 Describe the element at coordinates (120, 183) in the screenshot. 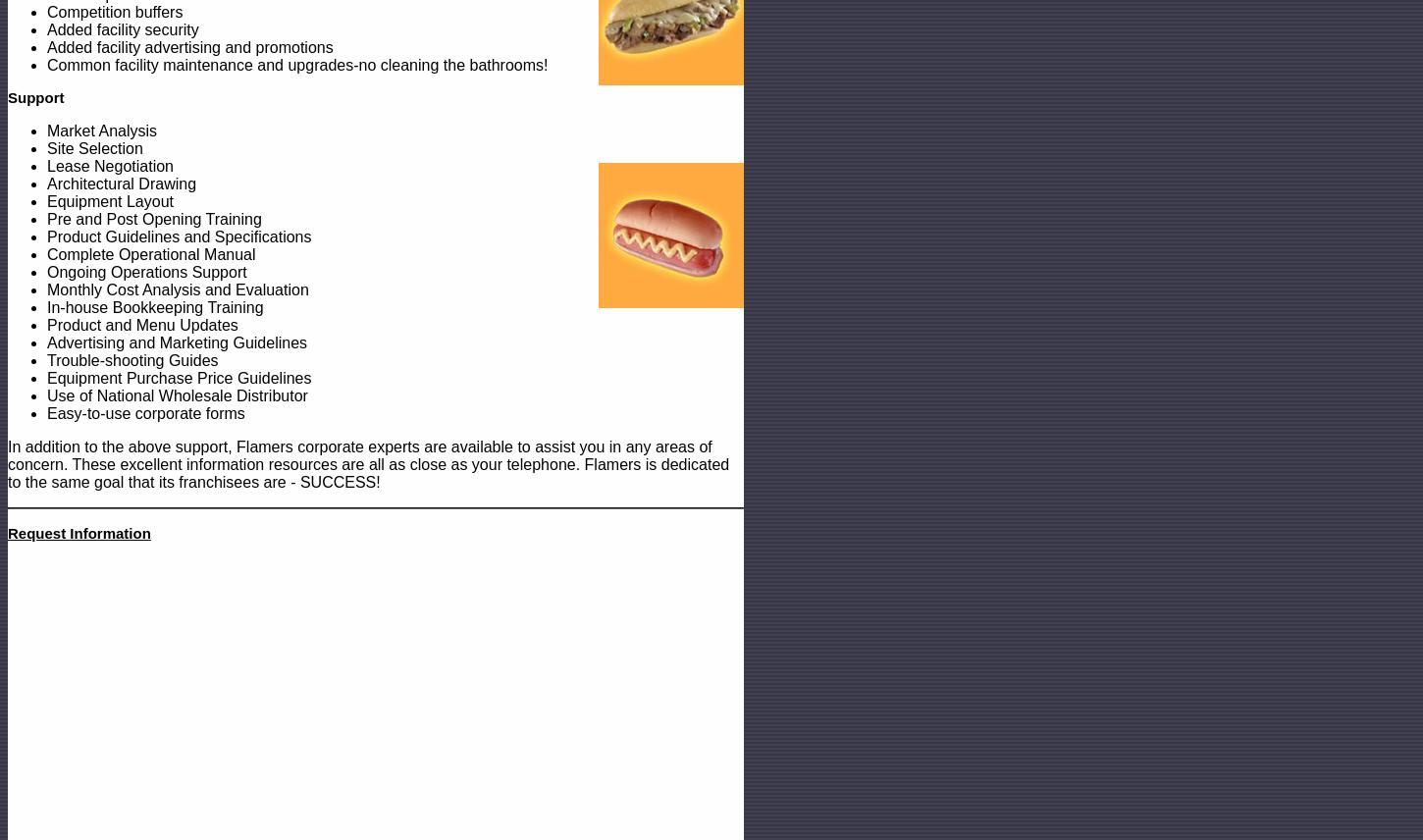

I see `'Architectural Drawing'` at that location.